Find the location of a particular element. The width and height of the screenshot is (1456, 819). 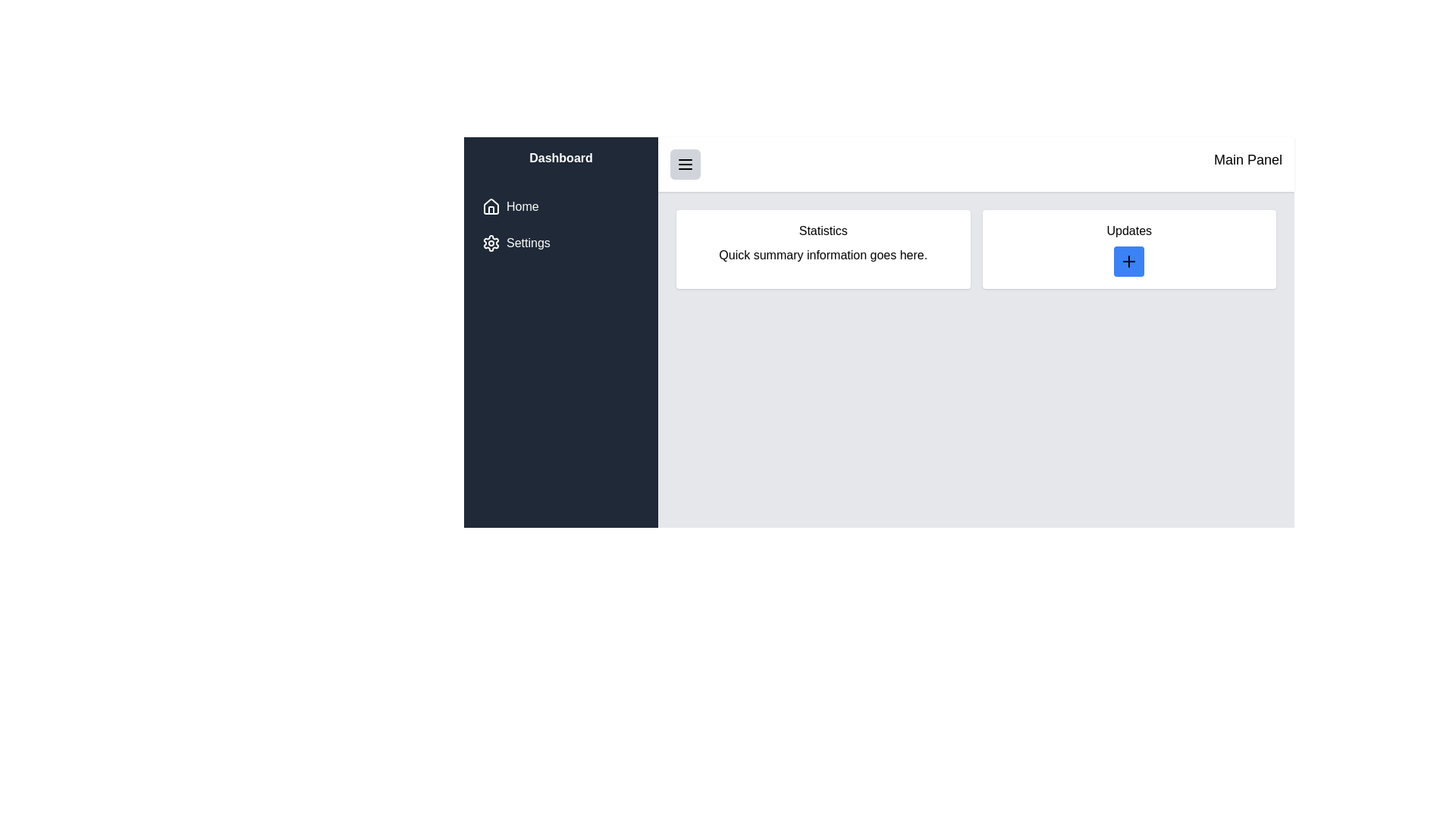

the plus icon button with a black outline, located in the upper-right corner of the 'Updates' card is located at coordinates (1129, 260).